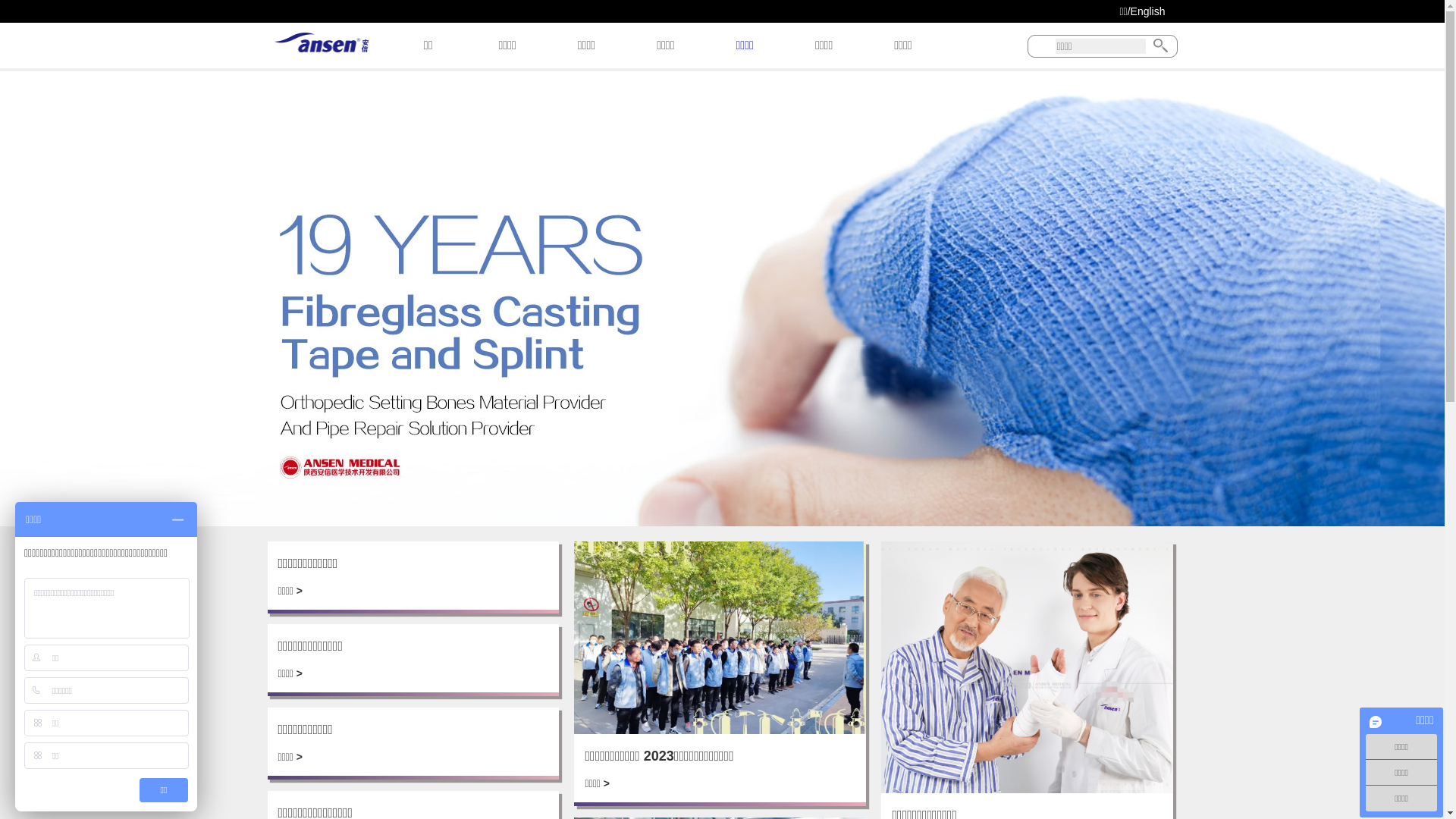  I want to click on 'English', so click(1147, 11).